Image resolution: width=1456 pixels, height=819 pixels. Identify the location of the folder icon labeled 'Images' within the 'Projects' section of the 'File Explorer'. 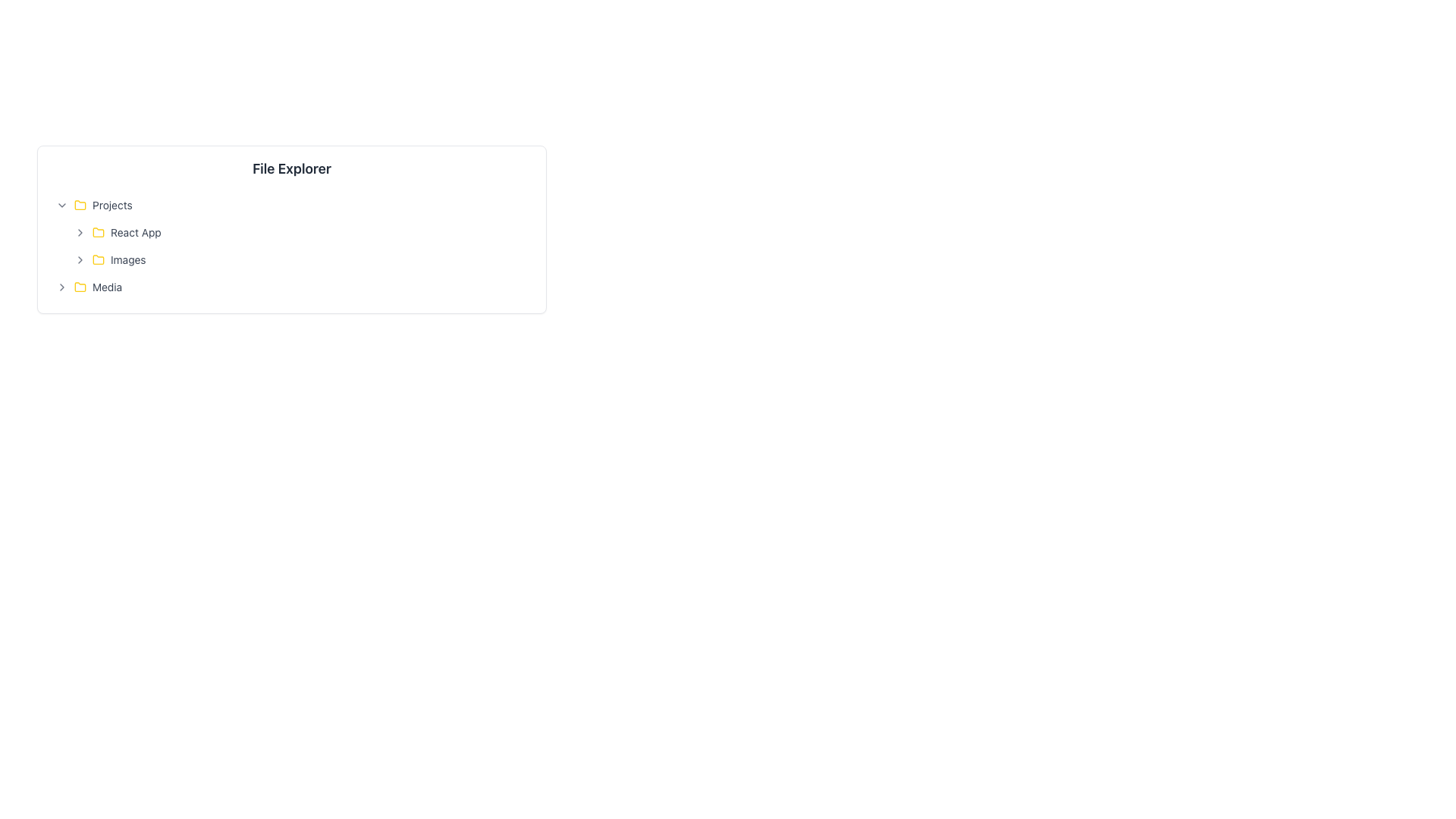
(97, 259).